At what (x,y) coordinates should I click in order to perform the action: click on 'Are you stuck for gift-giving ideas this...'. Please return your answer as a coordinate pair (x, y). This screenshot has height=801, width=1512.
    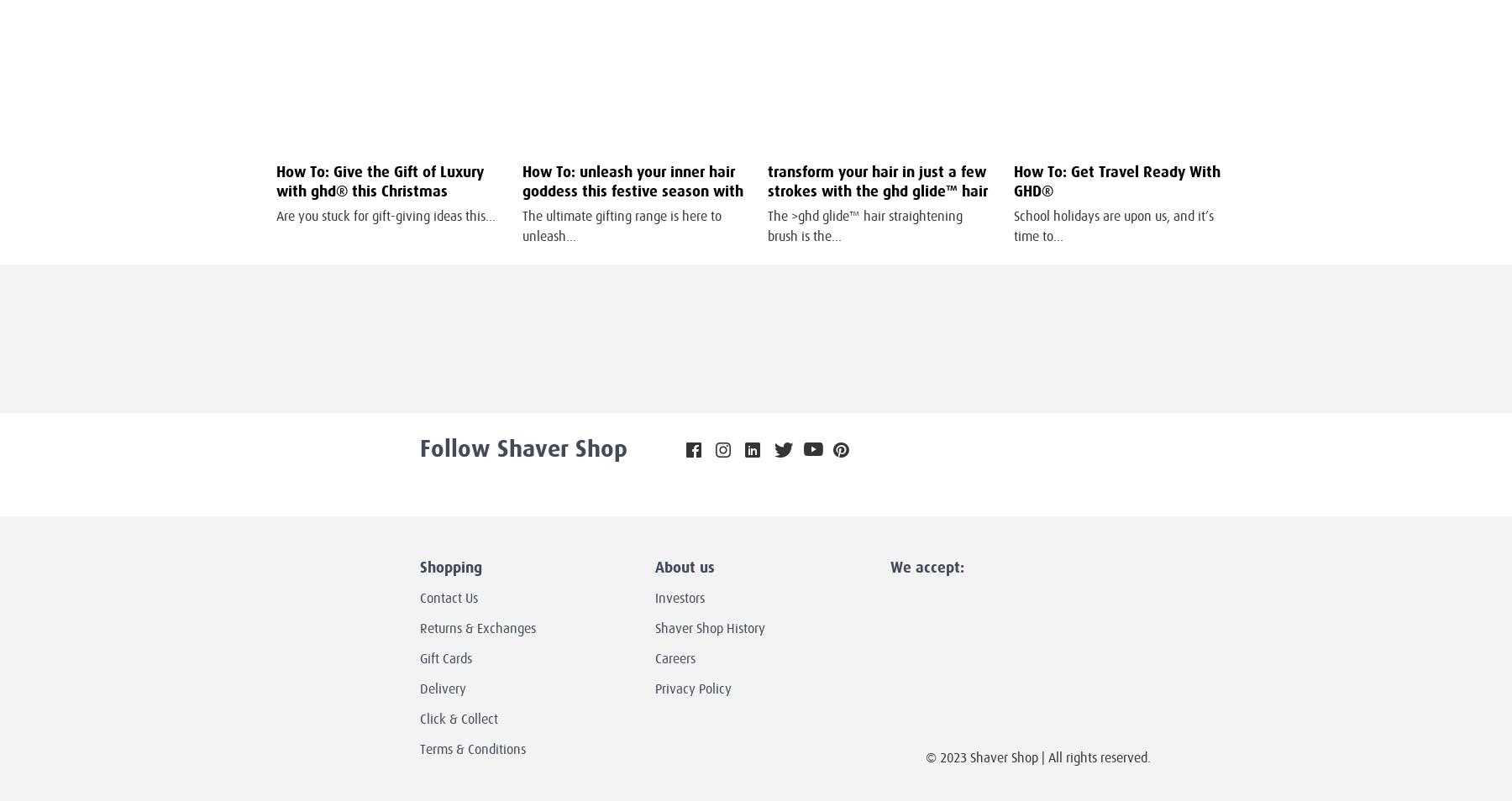
    Looking at the image, I should click on (385, 216).